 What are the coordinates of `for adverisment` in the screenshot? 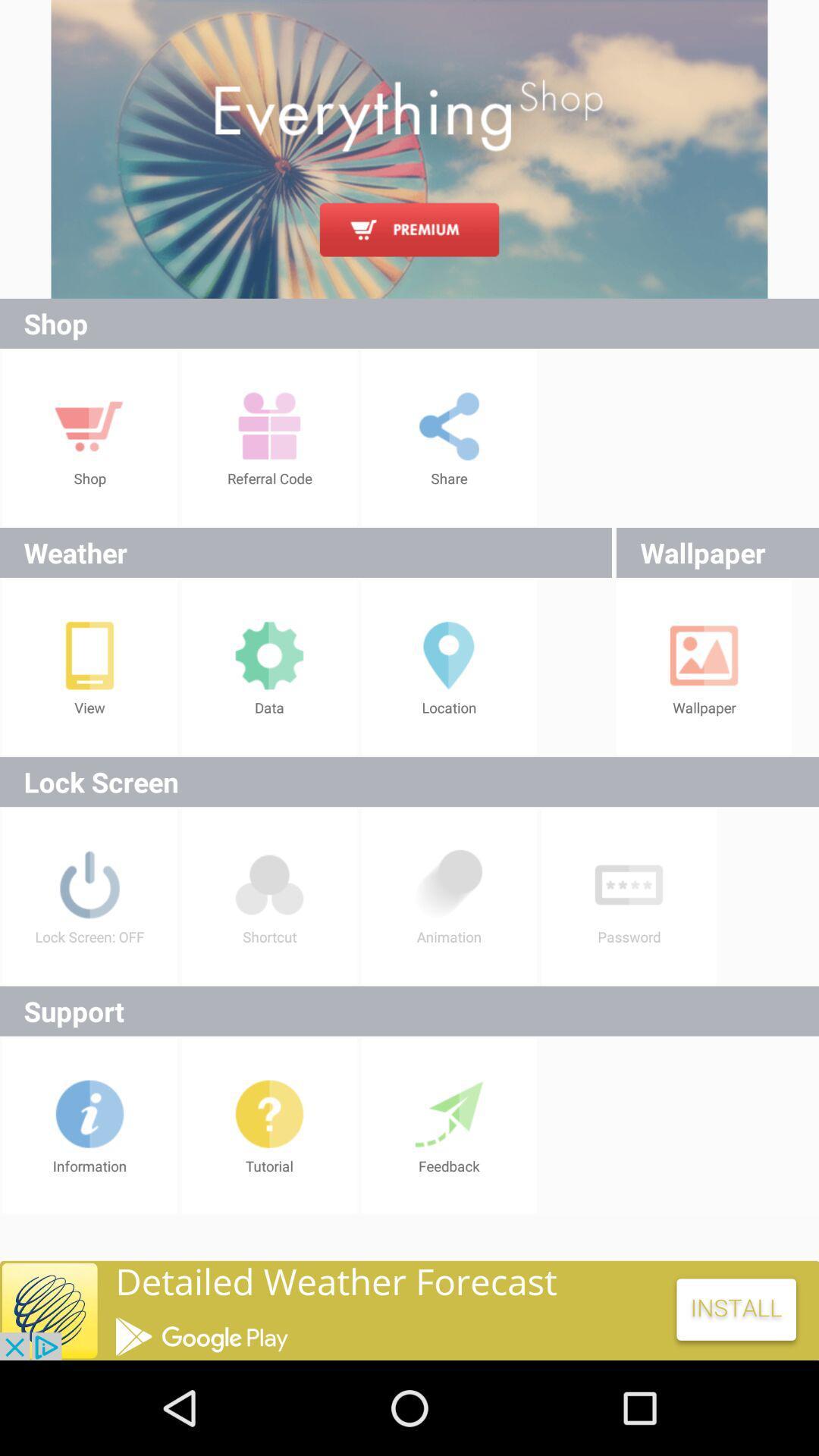 It's located at (409, 149).